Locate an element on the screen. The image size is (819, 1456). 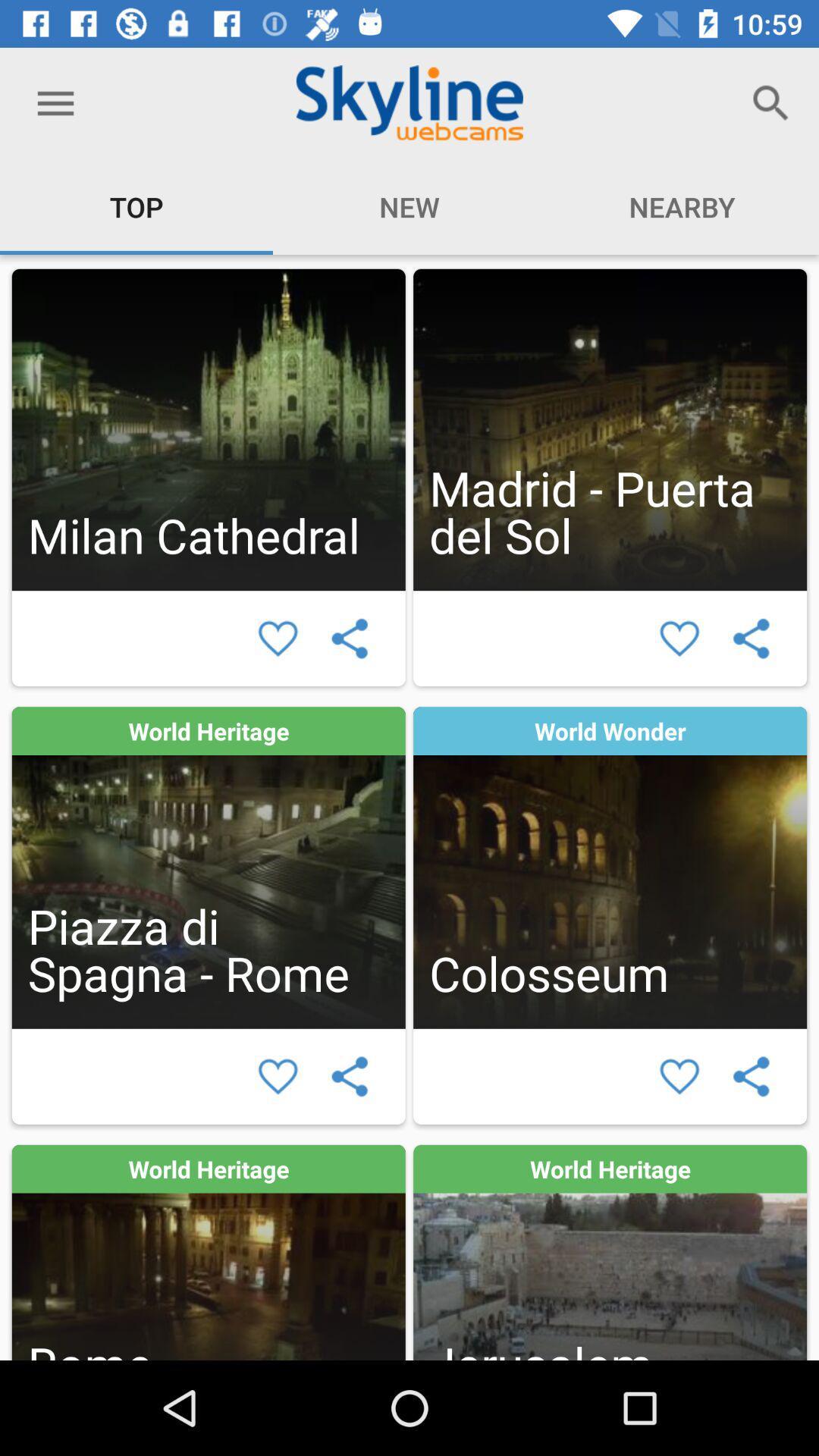
enjoy is located at coordinates (679, 639).